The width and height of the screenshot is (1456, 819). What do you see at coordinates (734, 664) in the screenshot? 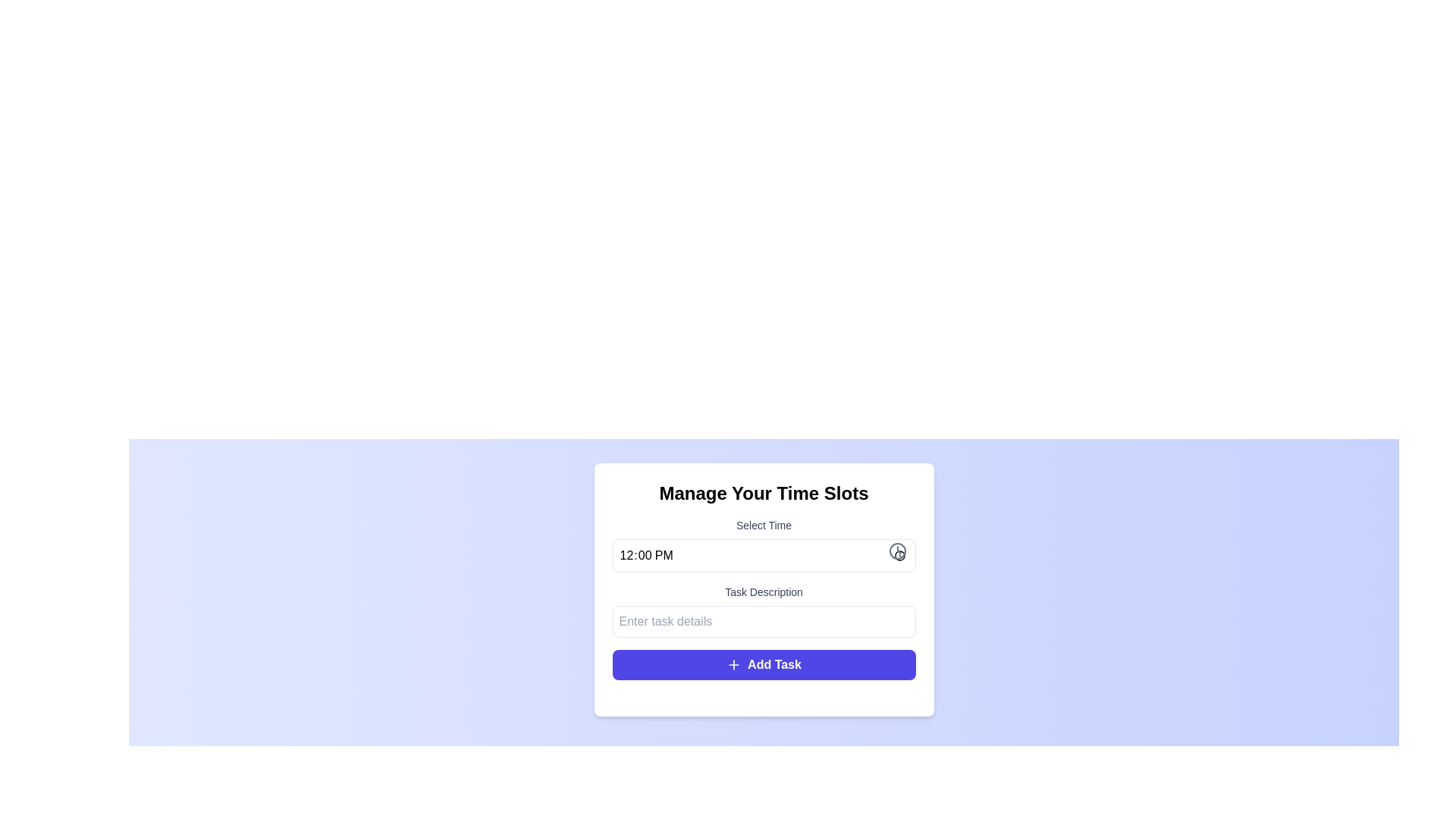
I see `the 'Add Task' icon located on the left side of the button labeled 'Add Task', which signifies an action related` at bounding box center [734, 664].